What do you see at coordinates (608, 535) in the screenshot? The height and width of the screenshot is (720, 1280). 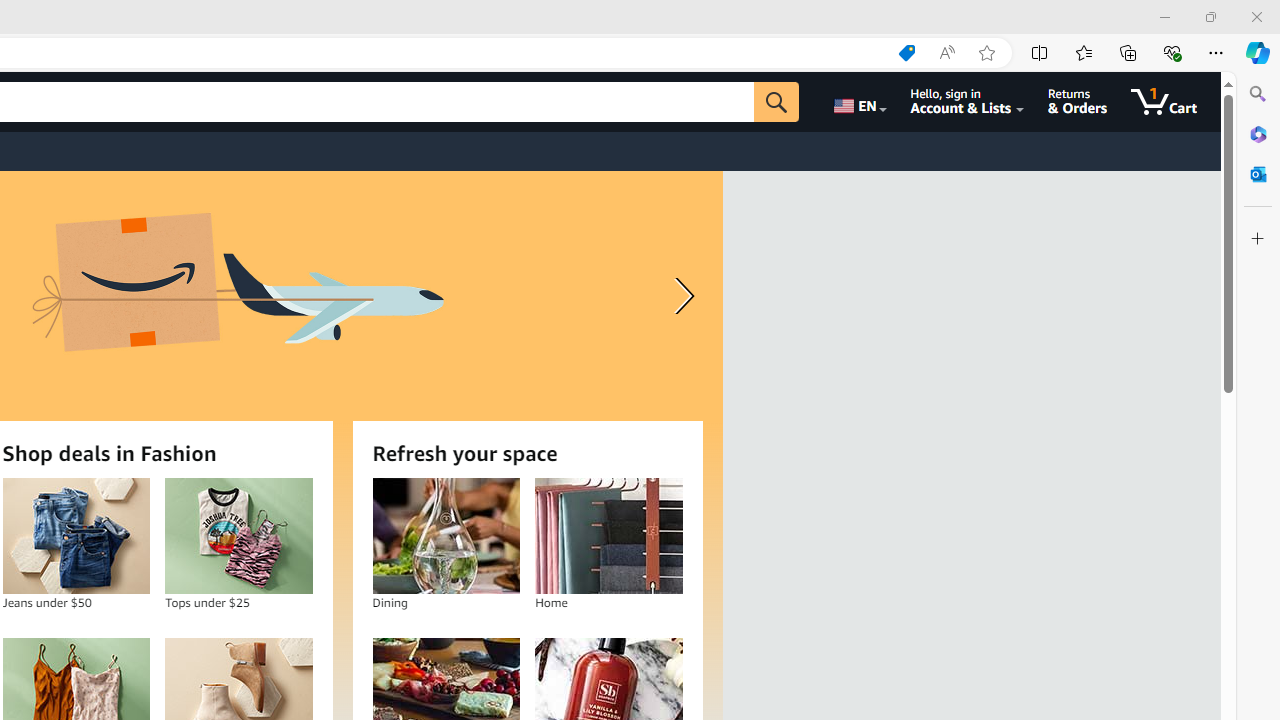 I see `'Home'` at bounding box center [608, 535].